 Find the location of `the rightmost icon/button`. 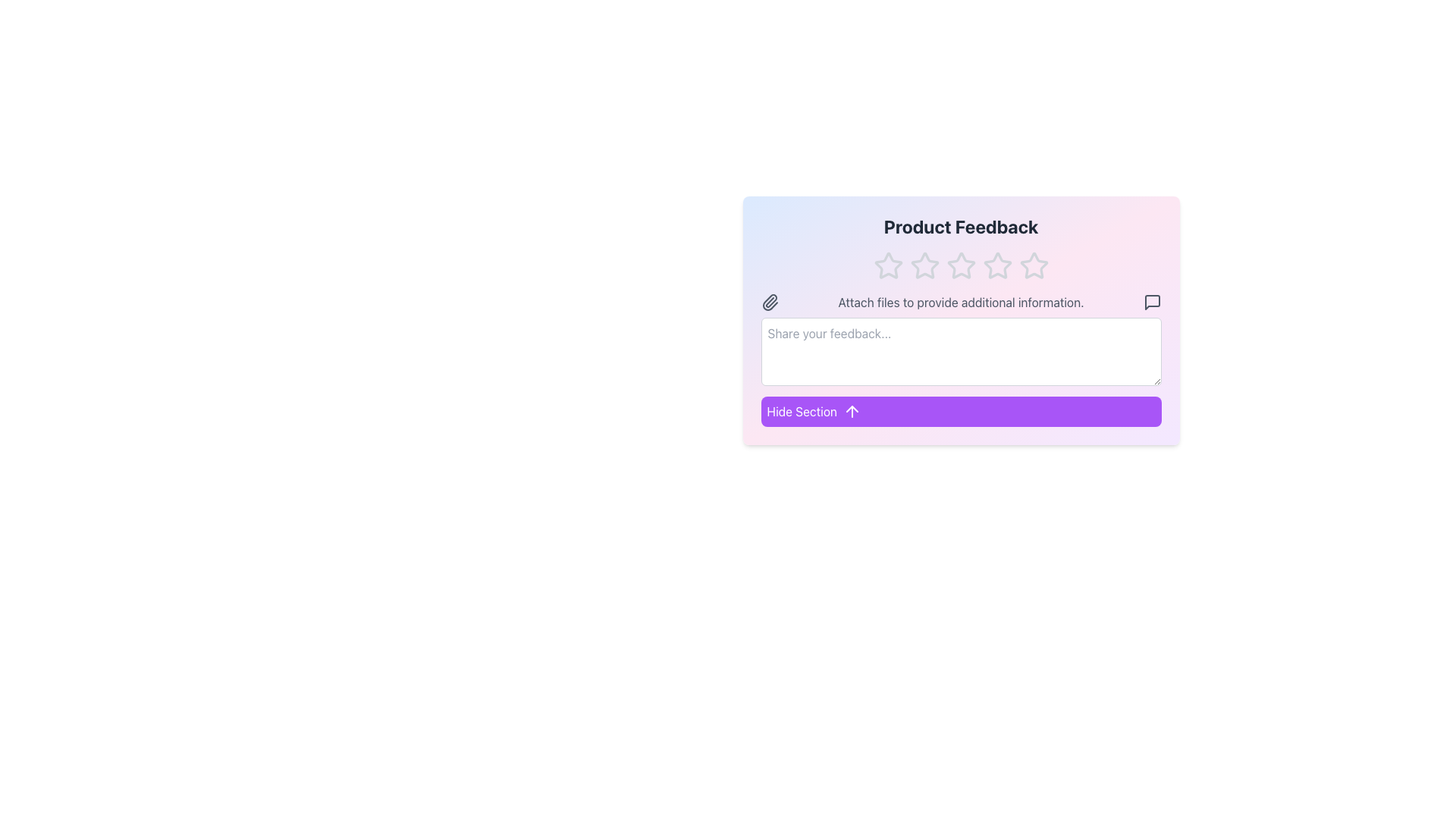

the rightmost icon/button is located at coordinates (1152, 302).